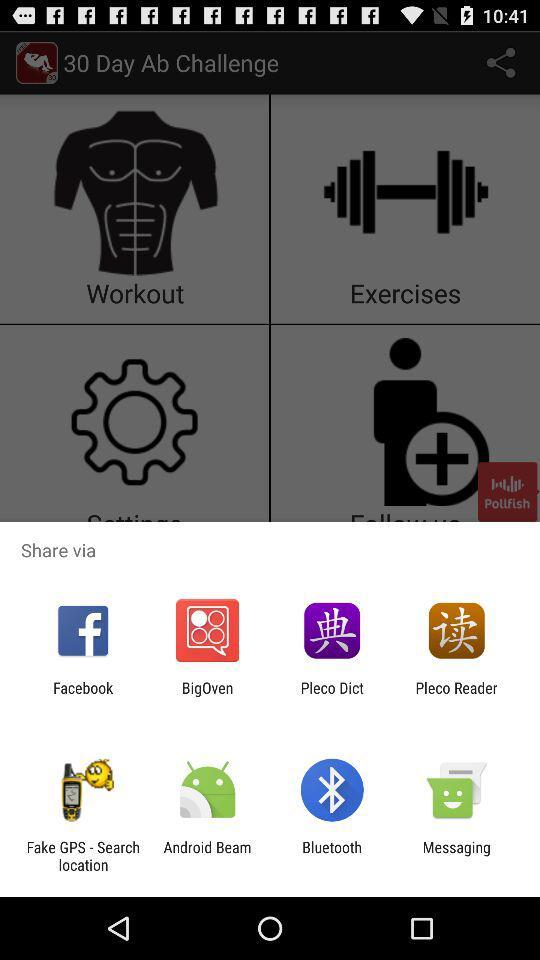 This screenshot has height=960, width=540. What do you see at coordinates (332, 696) in the screenshot?
I see `the item next to the pleco reader app` at bounding box center [332, 696].